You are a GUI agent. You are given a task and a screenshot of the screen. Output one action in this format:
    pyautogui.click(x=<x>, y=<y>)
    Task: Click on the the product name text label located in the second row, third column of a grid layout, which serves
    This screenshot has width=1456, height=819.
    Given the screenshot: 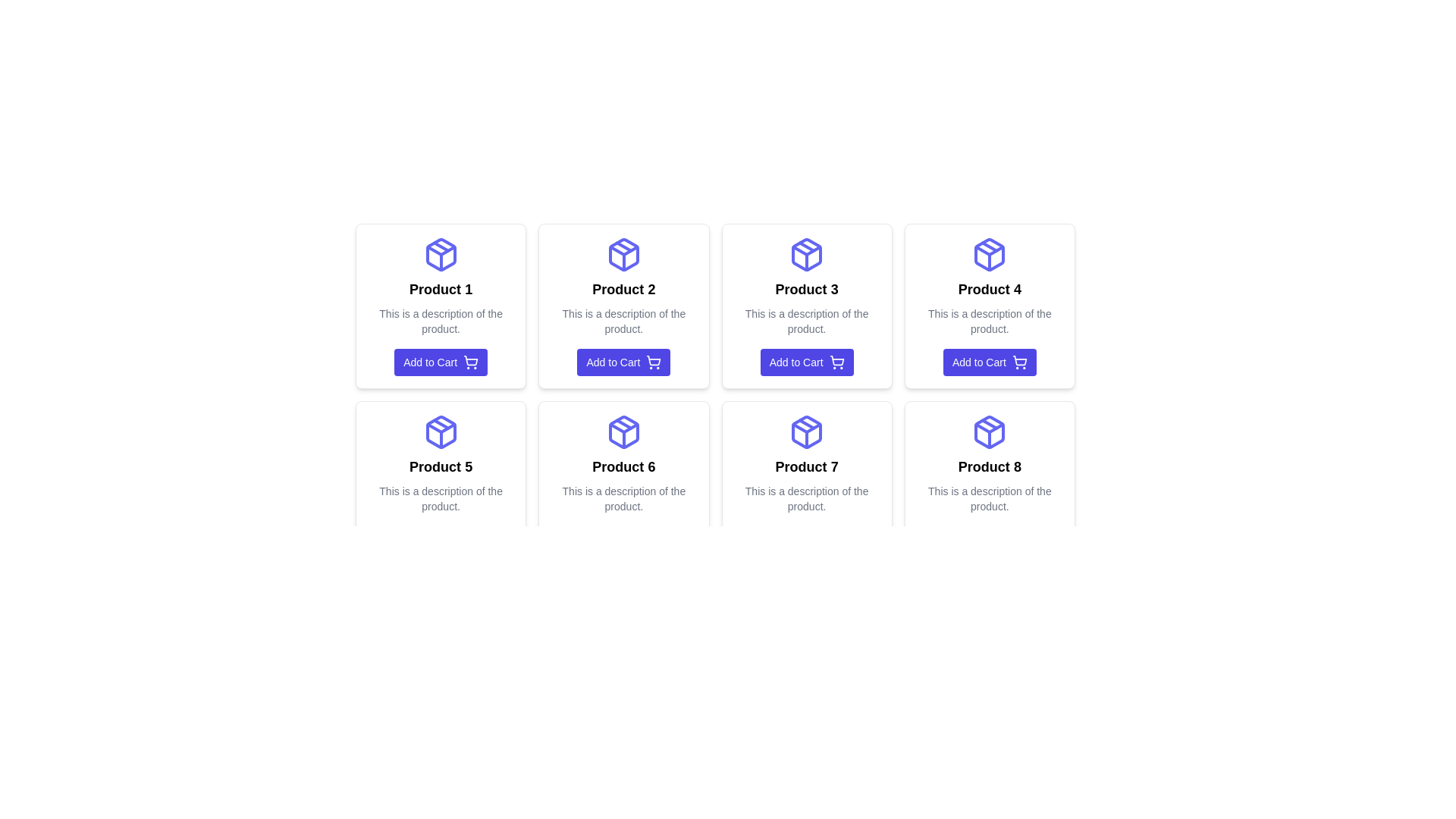 What is the action you would take?
    pyautogui.click(x=806, y=466)
    